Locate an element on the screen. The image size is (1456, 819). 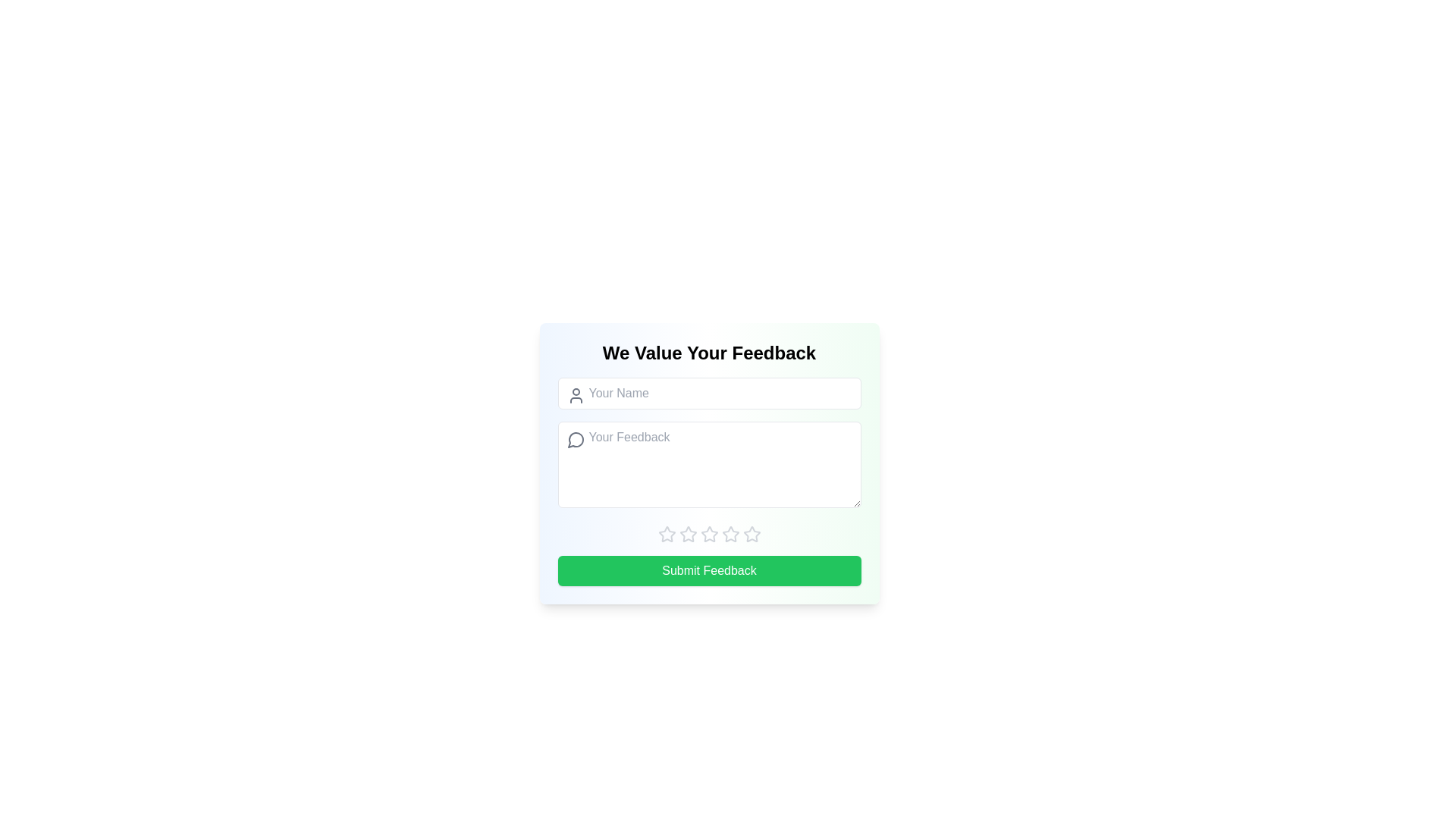
the sixth star icon in the rating star array below the 'Your Feedback' textarea is located at coordinates (752, 534).